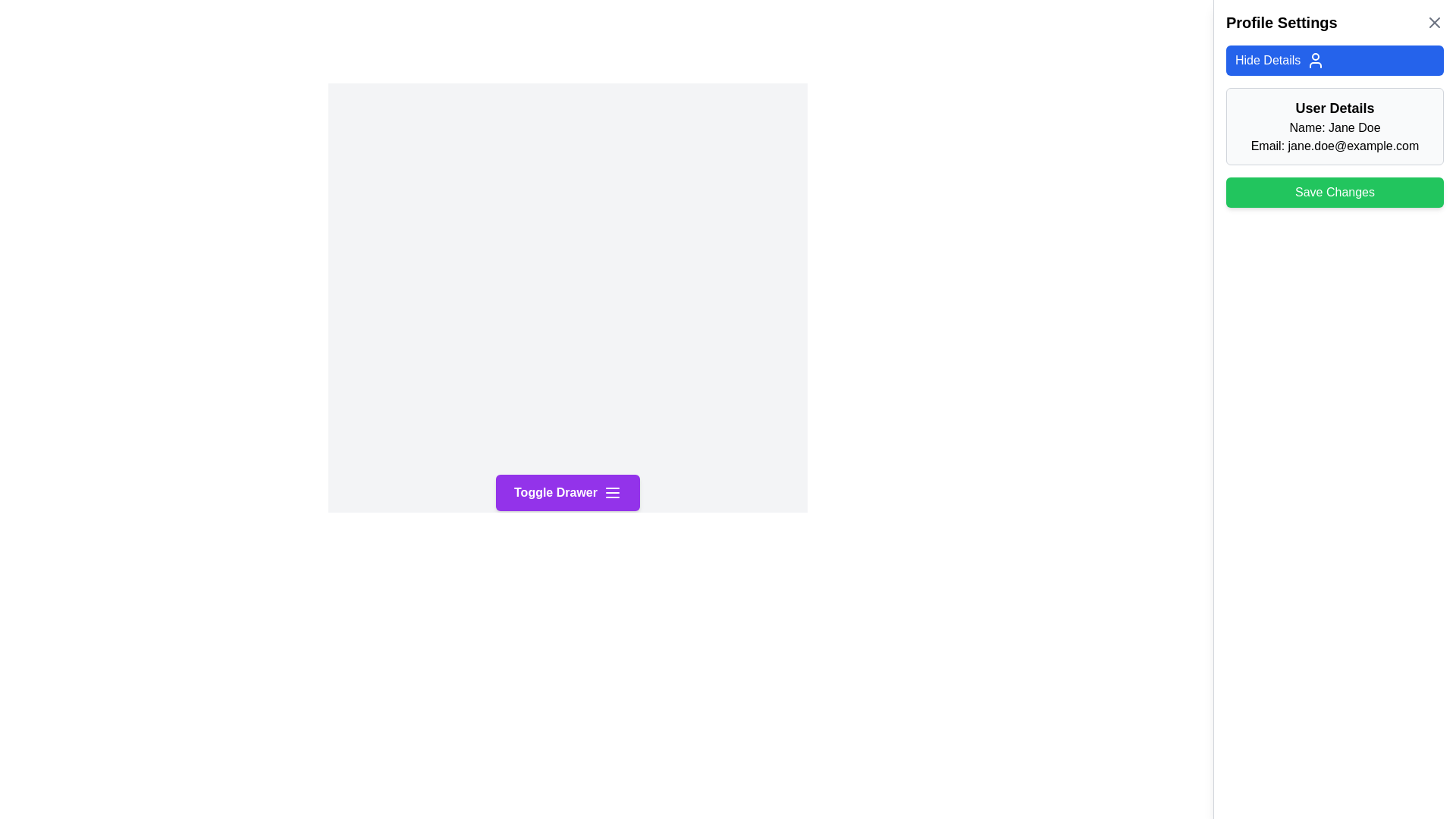  I want to click on the 'Profile Settings' header bar located at the top-right corner of the sidebar, so click(1335, 23).